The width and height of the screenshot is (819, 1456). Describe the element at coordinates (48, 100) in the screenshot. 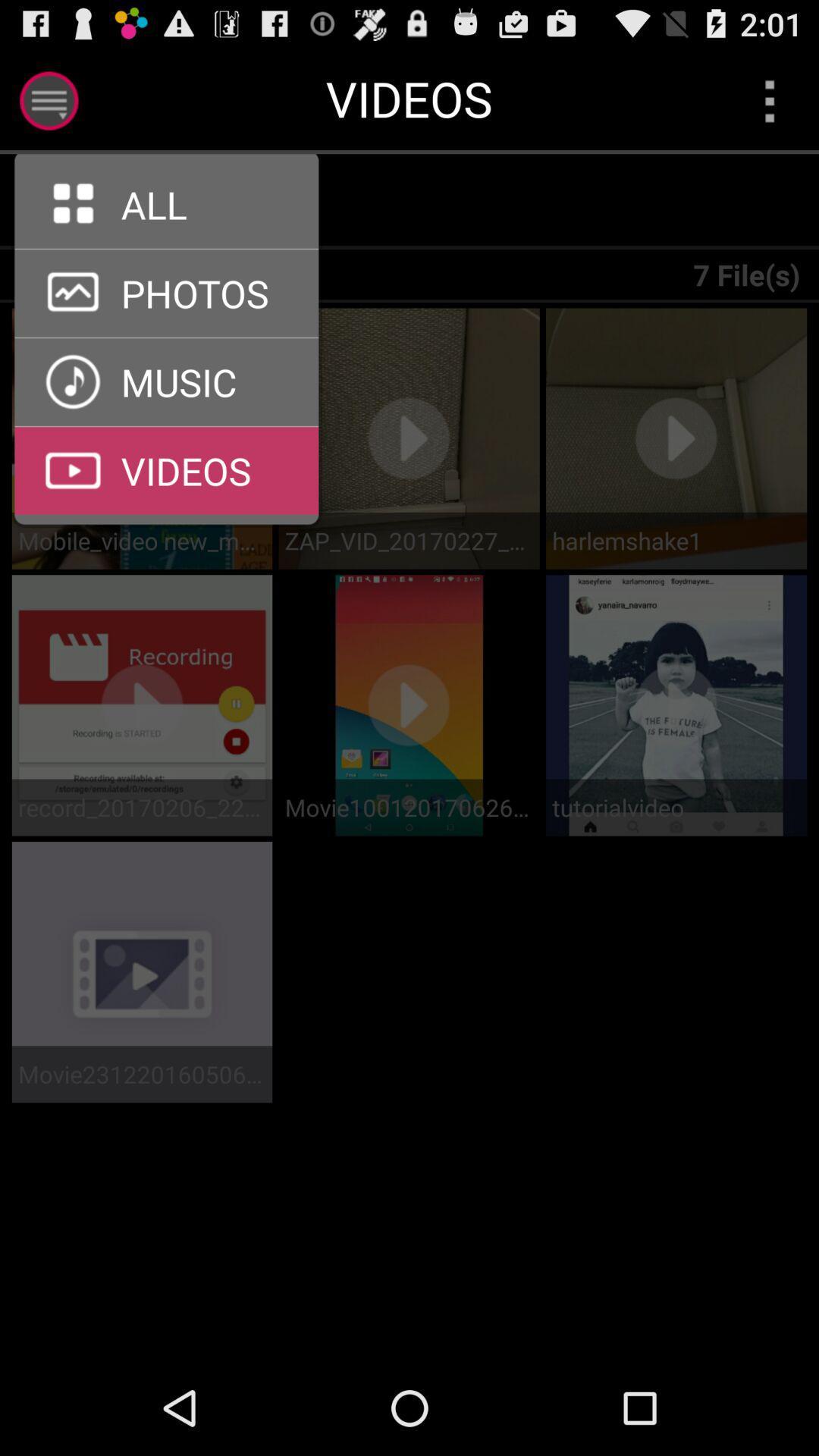

I see `open menu` at that location.